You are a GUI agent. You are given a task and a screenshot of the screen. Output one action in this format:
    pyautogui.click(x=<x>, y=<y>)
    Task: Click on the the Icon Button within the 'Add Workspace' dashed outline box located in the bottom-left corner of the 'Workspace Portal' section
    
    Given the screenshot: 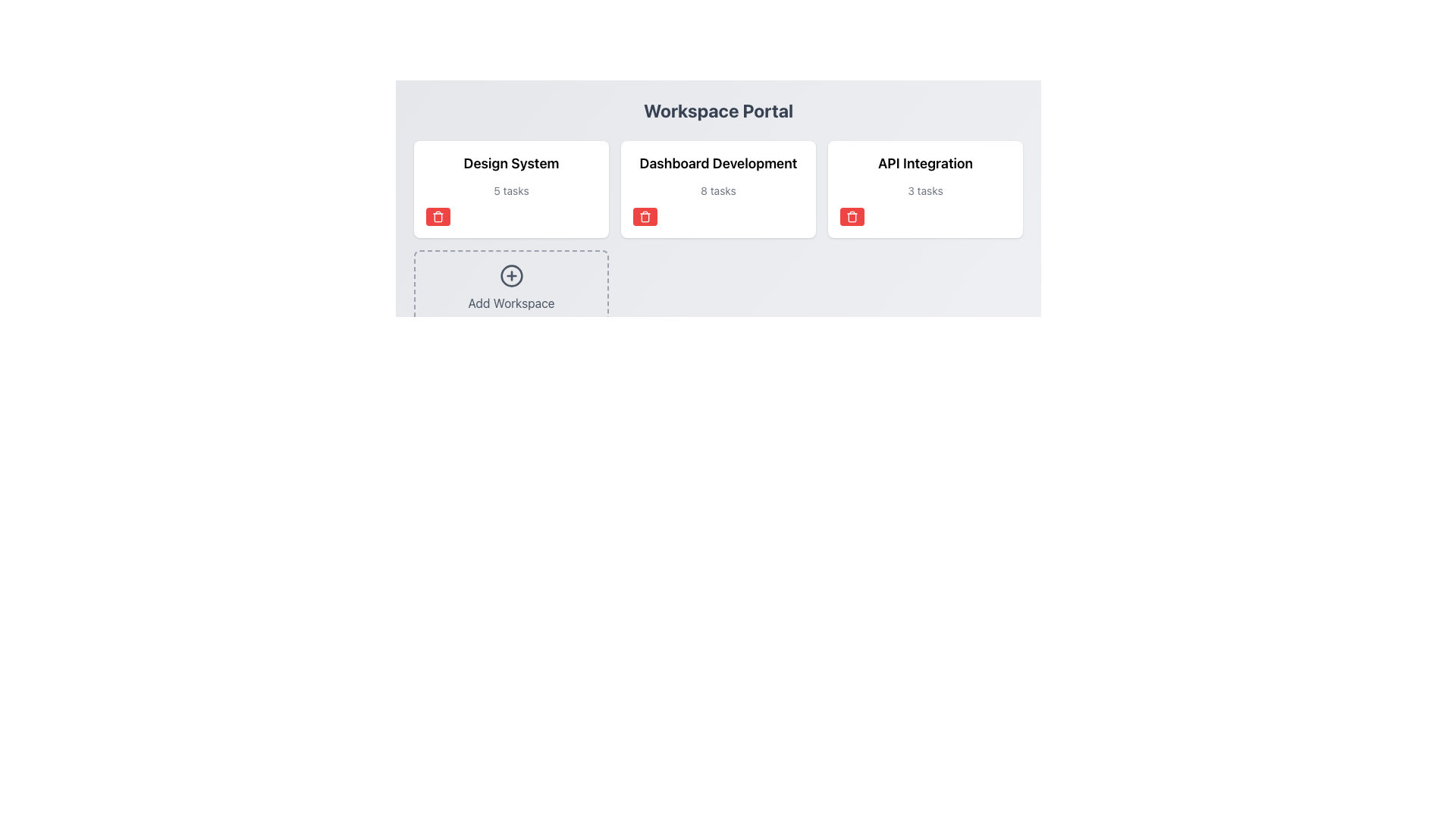 What is the action you would take?
    pyautogui.click(x=511, y=275)
    